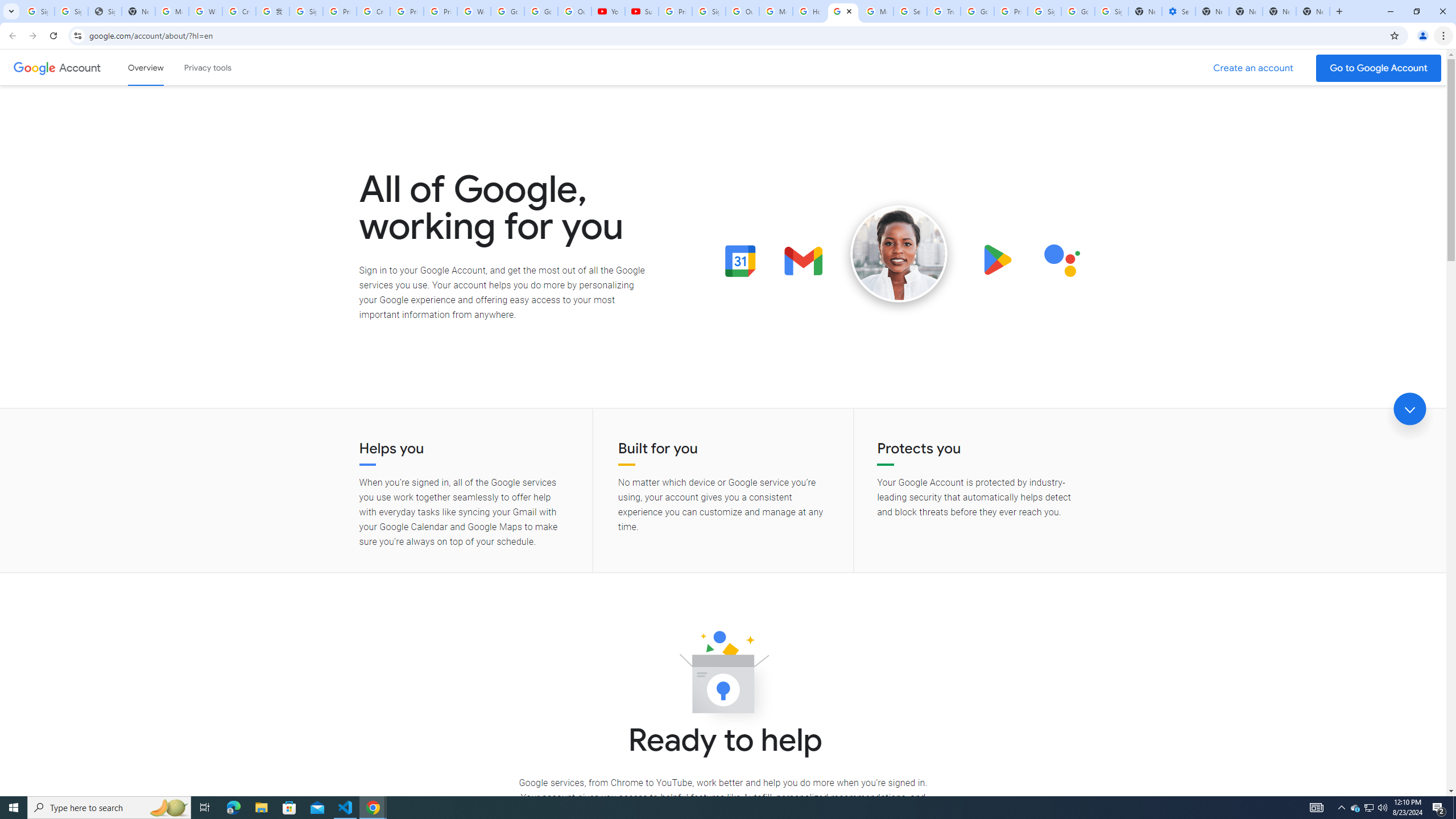 Image resolution: width=1456 pixels, height=819 pixels. What do you see at coordinates (909, 11) in the screenshot?
I see `'Search our Doodle Library Collection - Google Doodles'` at bounding box center [909, 11].